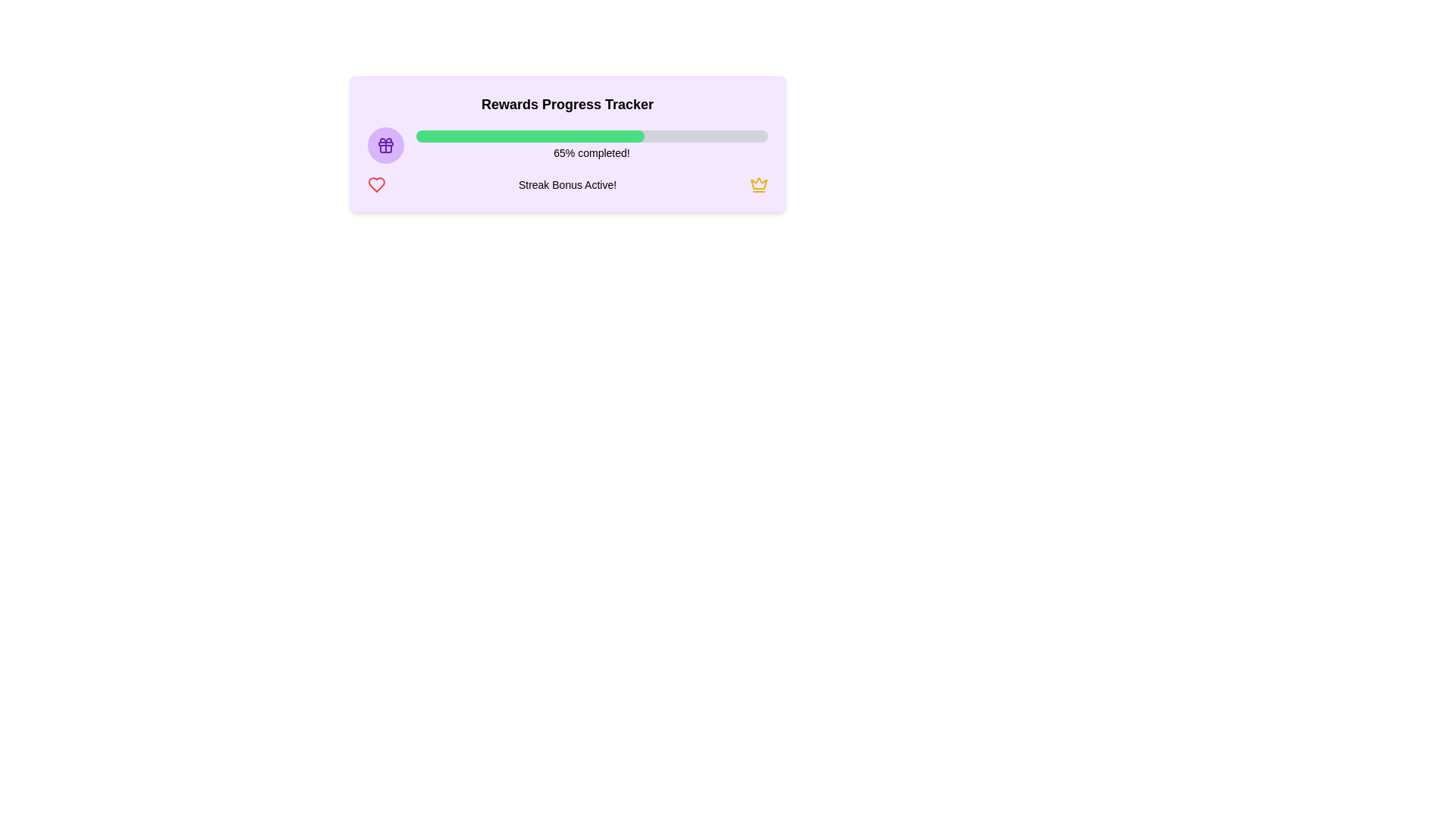 The image size is (1456, 819). I want to click on the progress bar indicating 65% completion, which is centrally located under the title 'Rewards Progress Tracker' and above the label 'Streak Bonus Active!', so click(591, 146).